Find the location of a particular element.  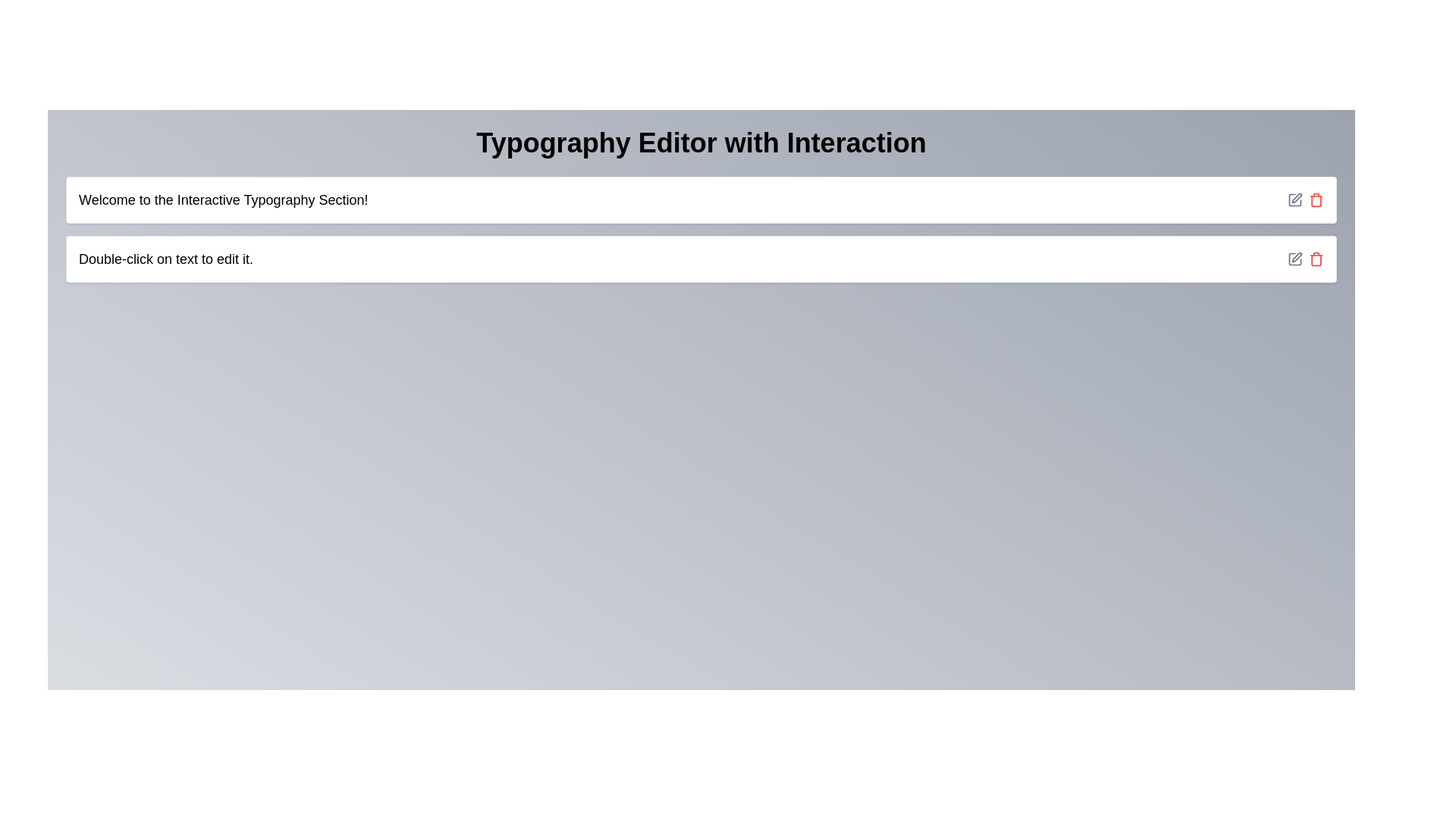

the vertical border inside the trash icon, which is part of the second row of interactive elements, representing a delete action for the associated text row is located at coordinates (1316, 200).